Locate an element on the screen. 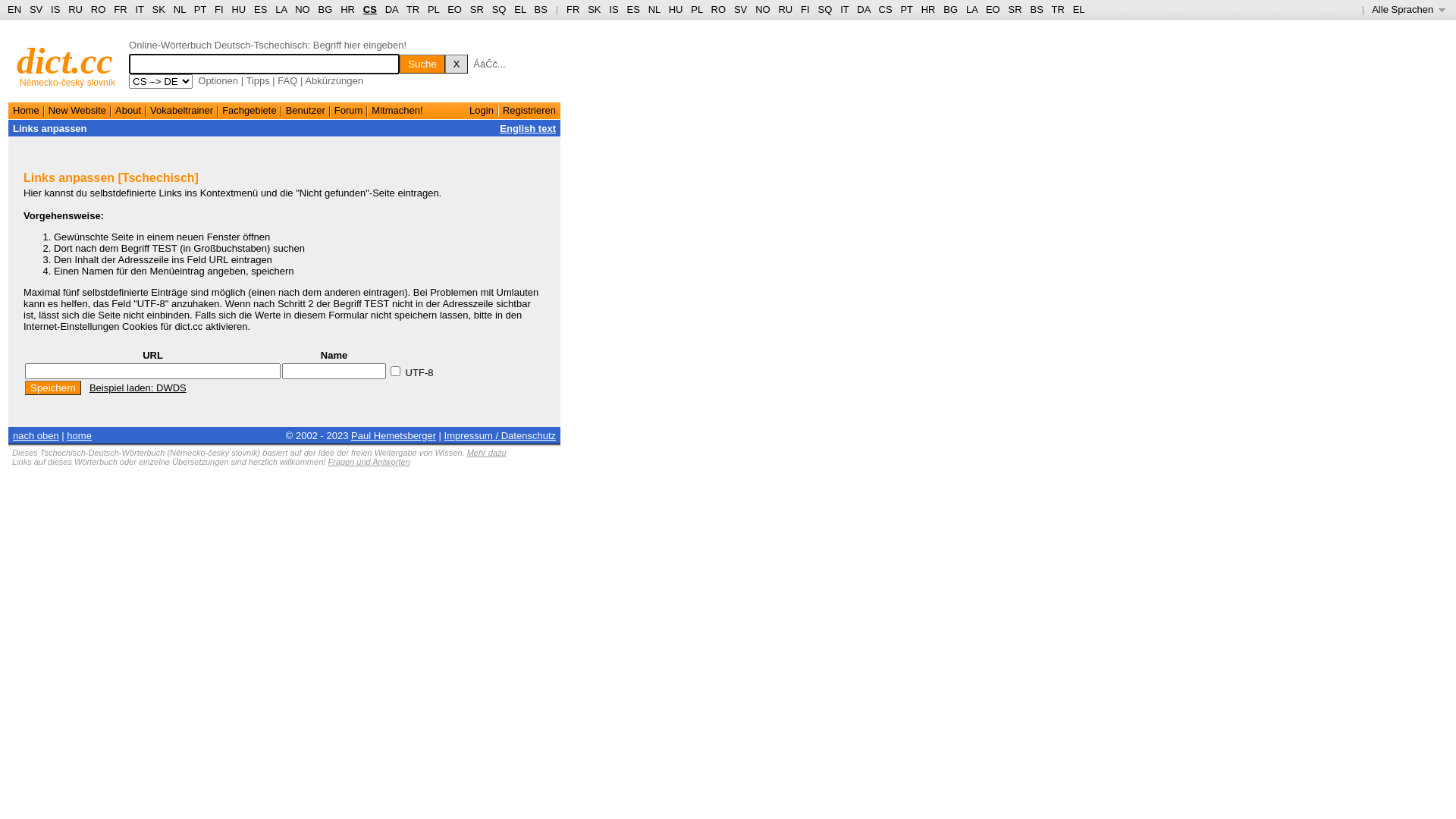 This screenshot has height=819, width=1456. 'English text' is located at coordinates (528, 127).